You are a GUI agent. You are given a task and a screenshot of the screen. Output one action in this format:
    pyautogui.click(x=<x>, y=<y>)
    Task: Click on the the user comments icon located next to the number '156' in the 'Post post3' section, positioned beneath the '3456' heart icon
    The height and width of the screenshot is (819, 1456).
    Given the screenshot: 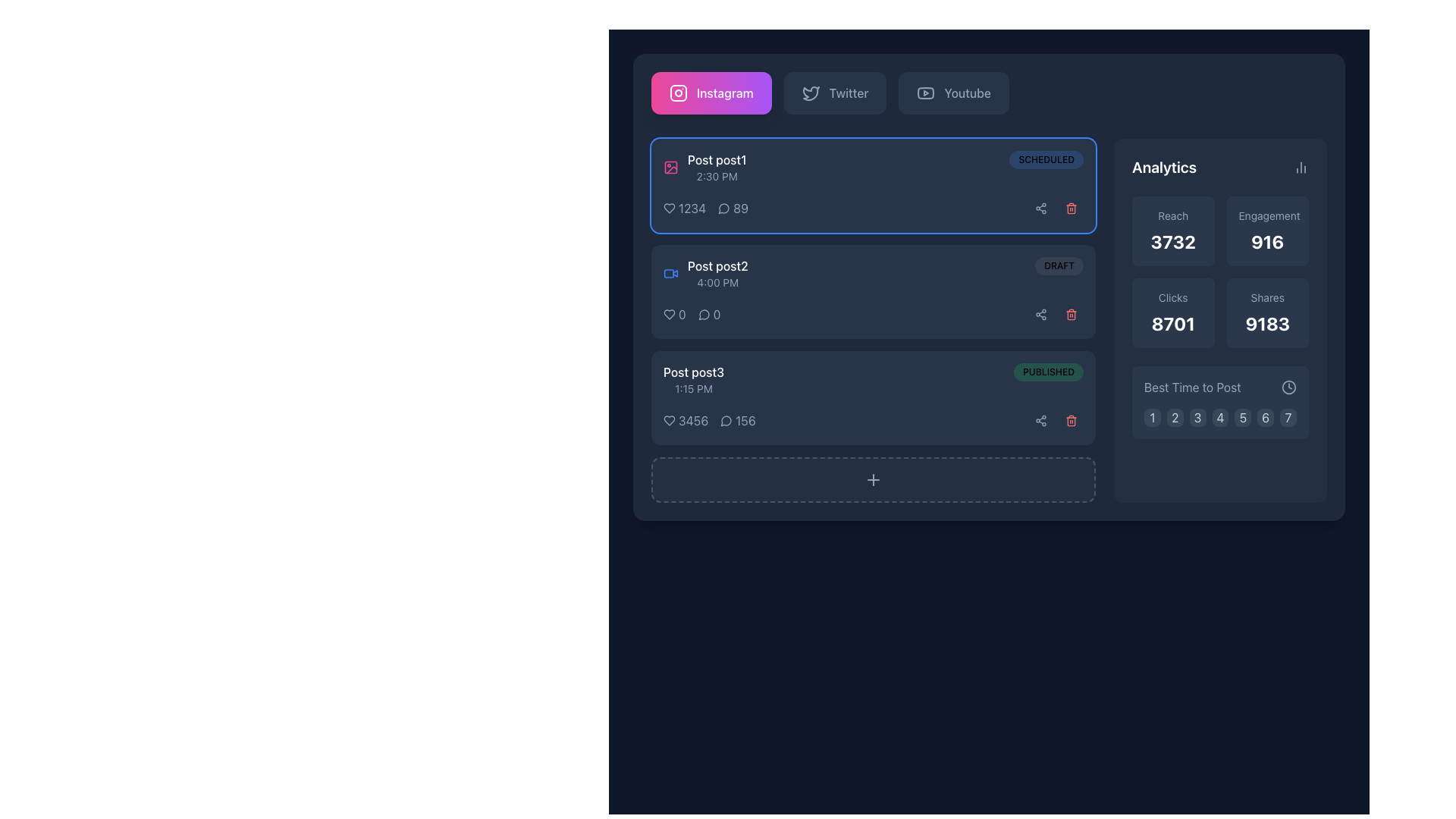 What is the action you would take?
    pyautogui.click(x=726, y=421)
    